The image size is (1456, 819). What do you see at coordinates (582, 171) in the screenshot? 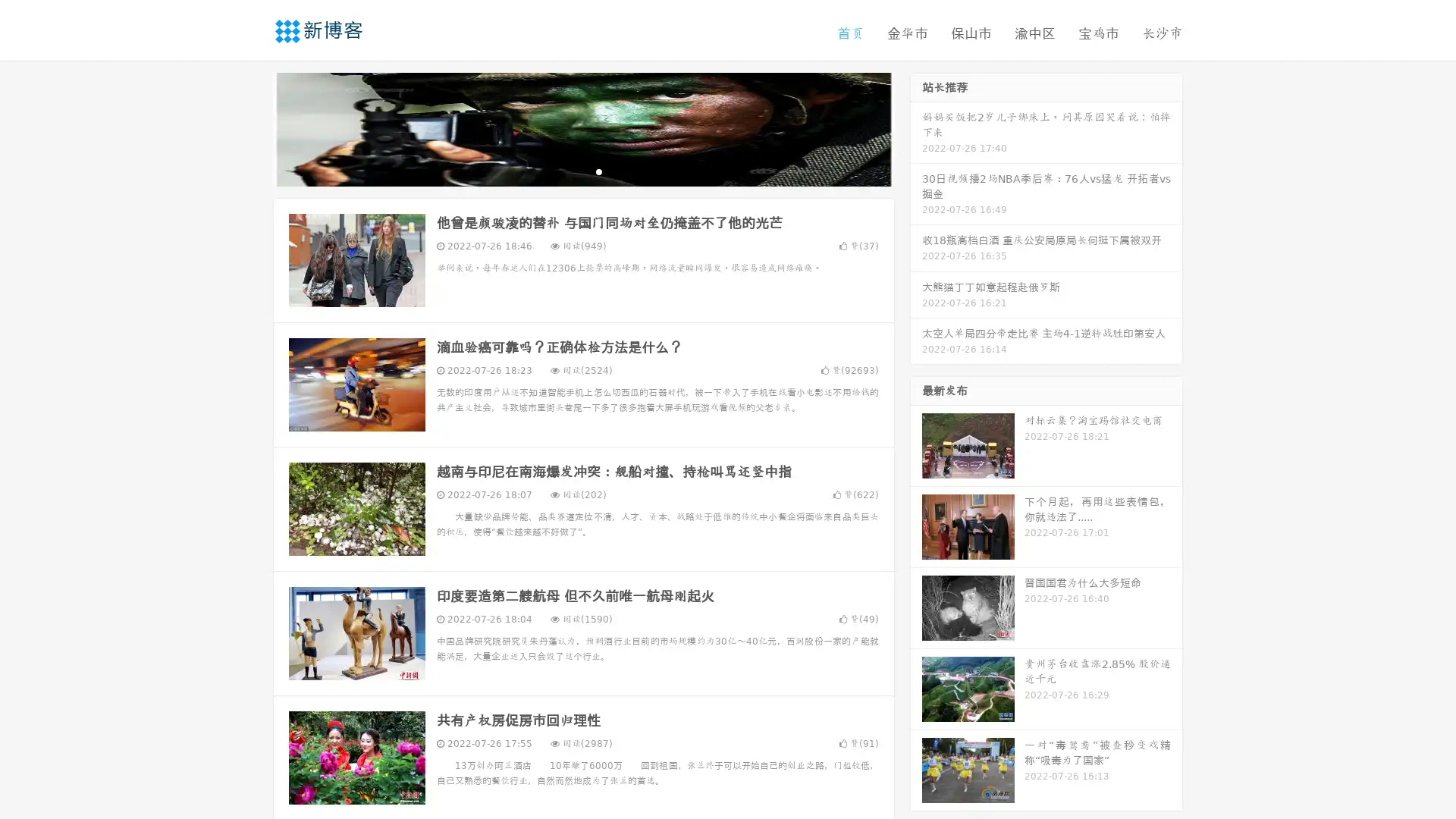
I see `Go to slide 2` at bounding box center [582, 171].